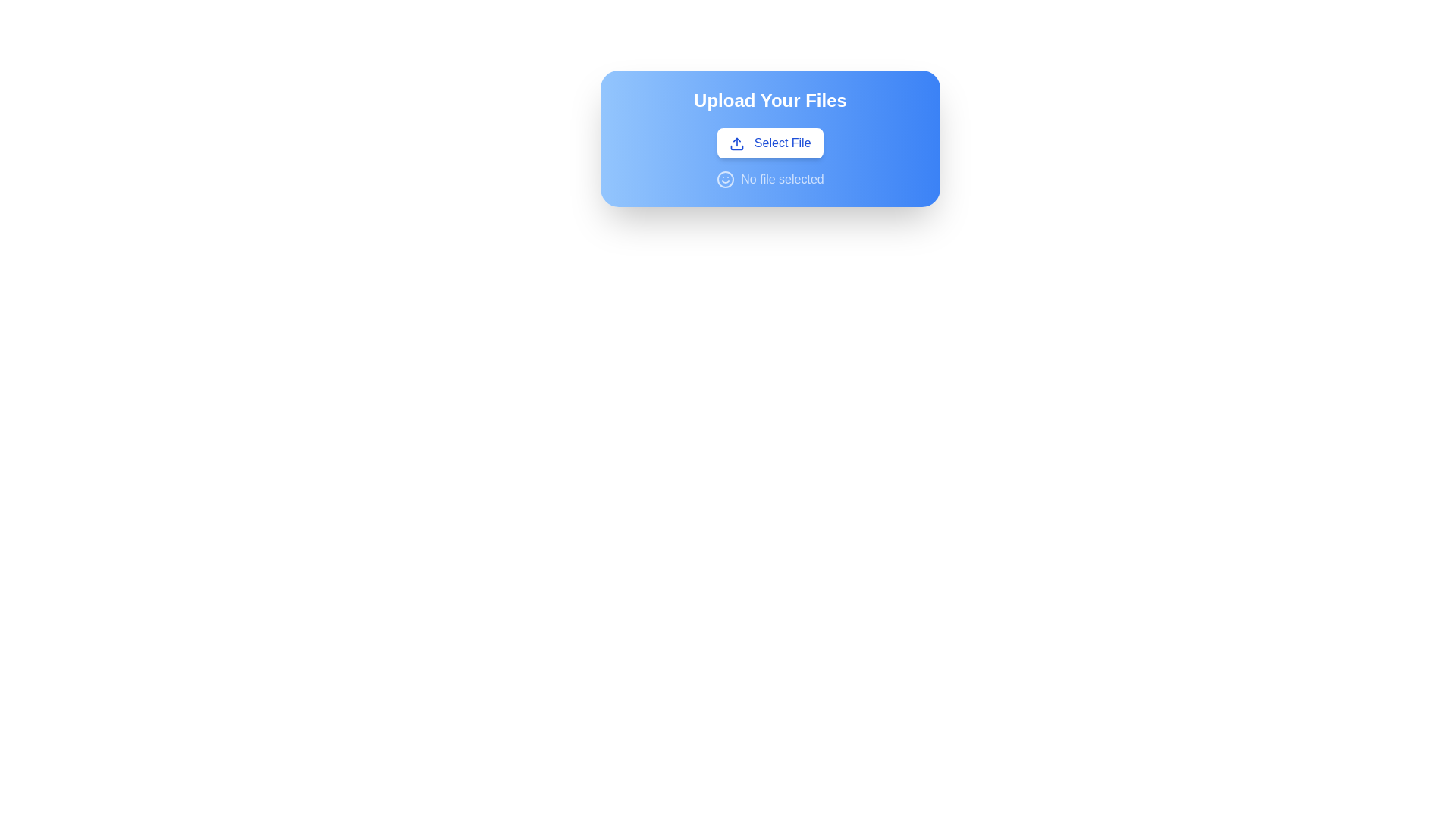 Image resolution: width=1456 pixels, height=819 pixels. Describe the element at coordinates (737, 143) in the screenshot. I see `the upload icon located at the leftmost area of the 'Select File' button, which visually indicates the upload functionality` at that location.